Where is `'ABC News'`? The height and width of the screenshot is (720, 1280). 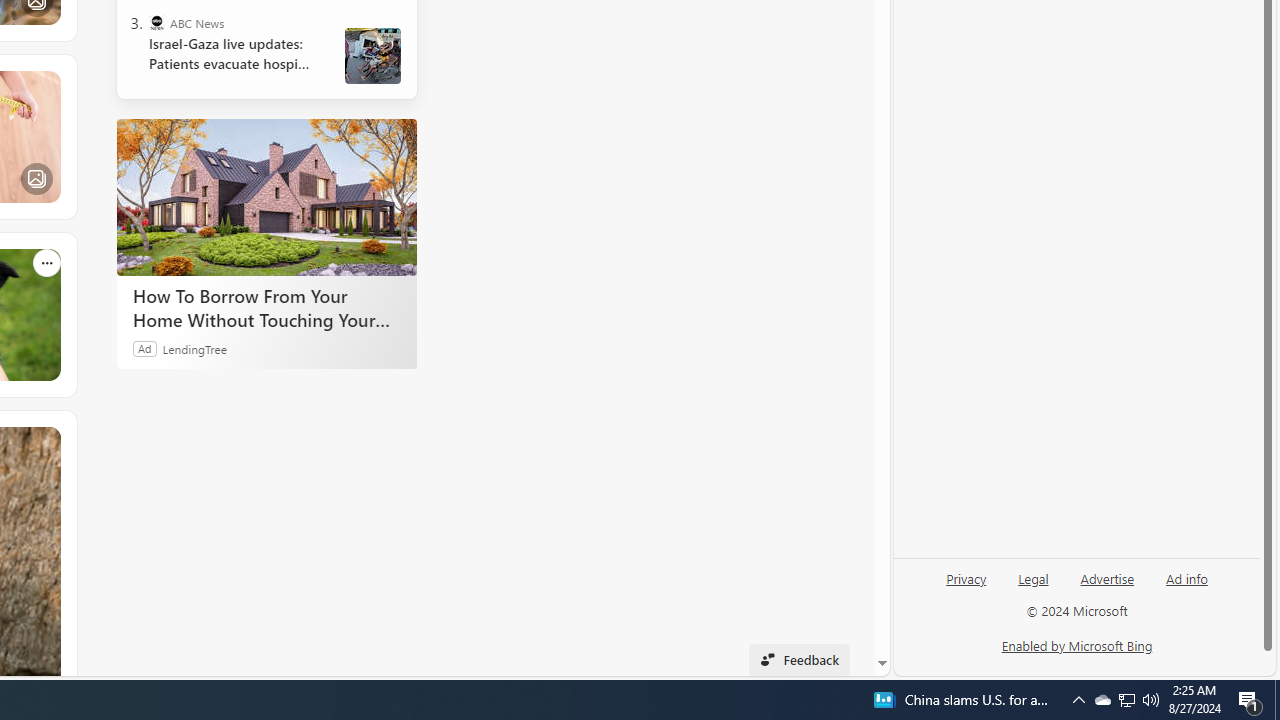 'ABC News' is located at coordinates (155, 23).